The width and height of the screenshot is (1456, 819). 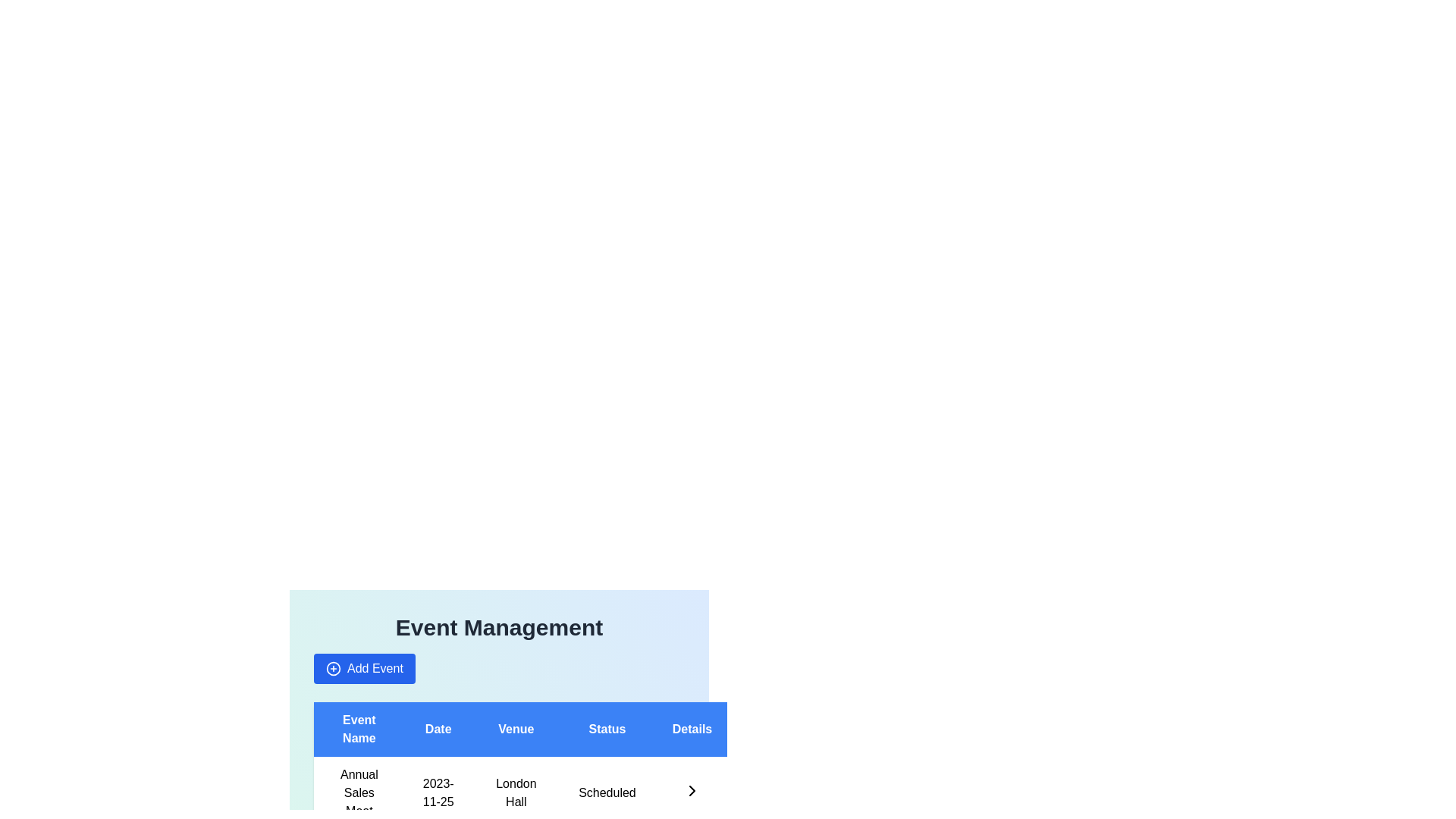 I want to click on the Table Header Row, which serves as the header for a data table and spans the entire width, providing labels for the columns below, so click(x=522, y=728).